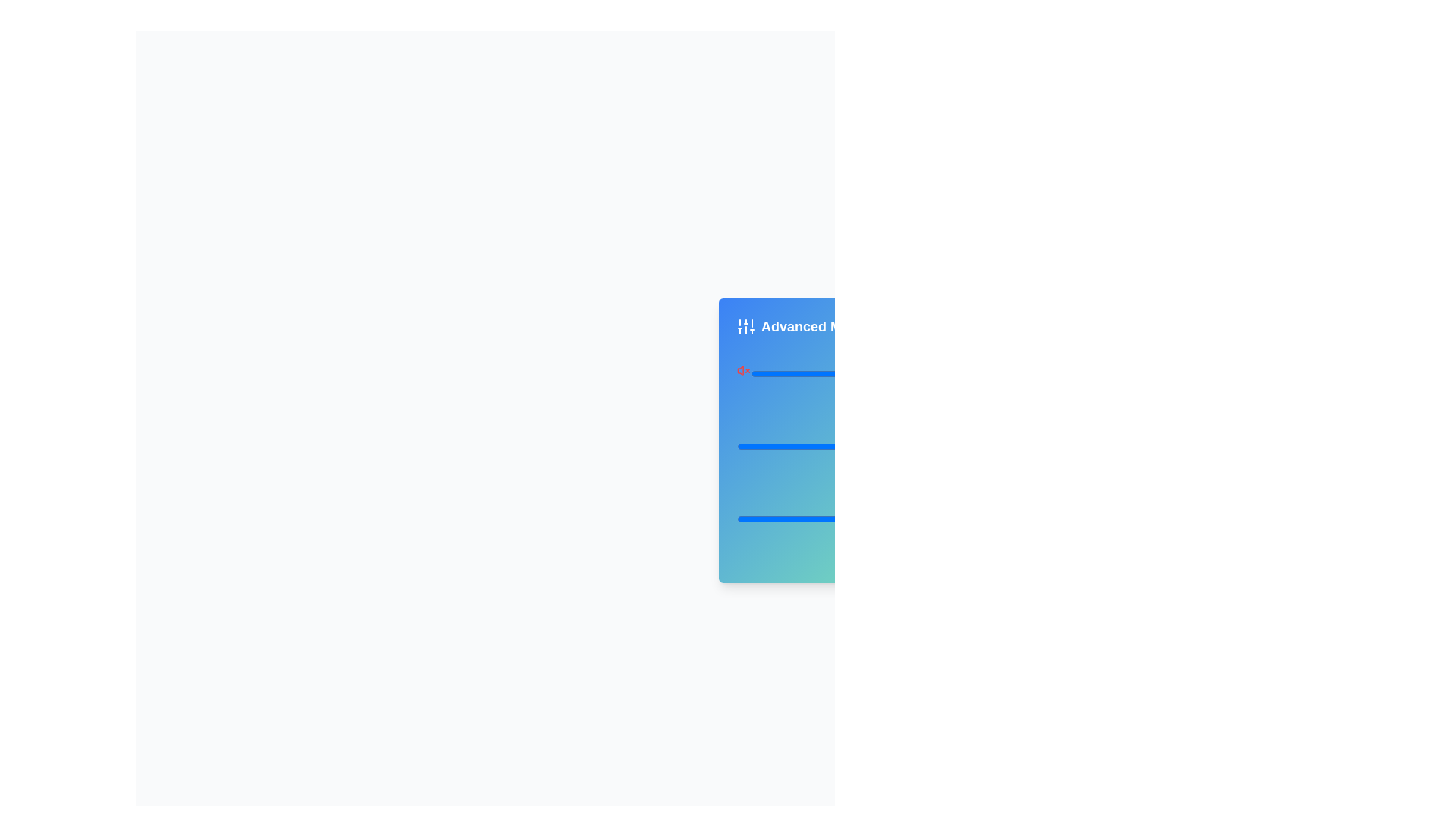 The image size is (1456, 819). What do you see at coordinates (770, 446) in the screenshot?
I see `the slider value` at bounding box center [770, 446].